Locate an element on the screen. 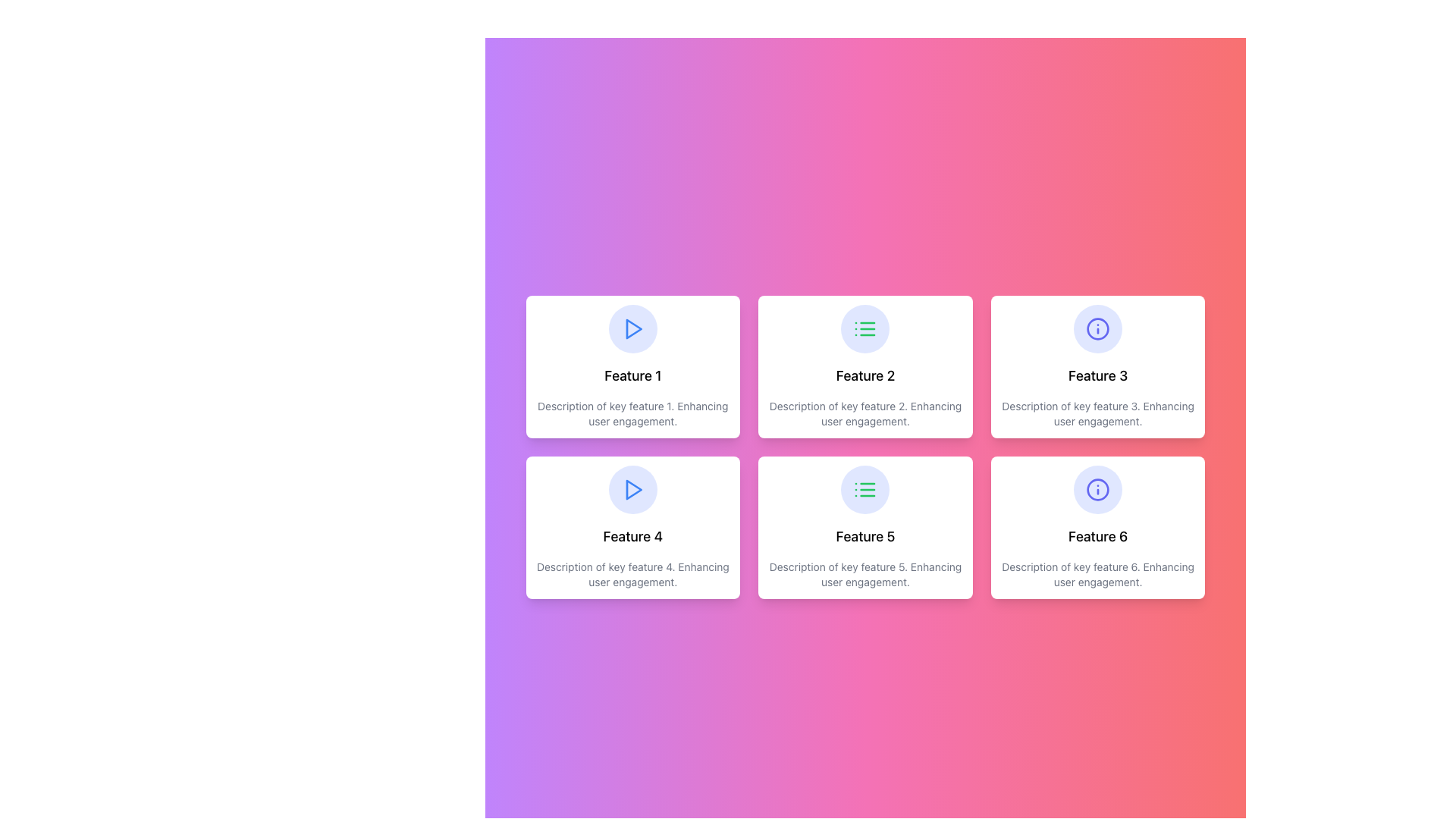  the Feature card labeled 'Feature 5', which has a white background, rounded corners, and contains a green list symbol icon at the top, to highlight it is located at coordinates (865, 526).